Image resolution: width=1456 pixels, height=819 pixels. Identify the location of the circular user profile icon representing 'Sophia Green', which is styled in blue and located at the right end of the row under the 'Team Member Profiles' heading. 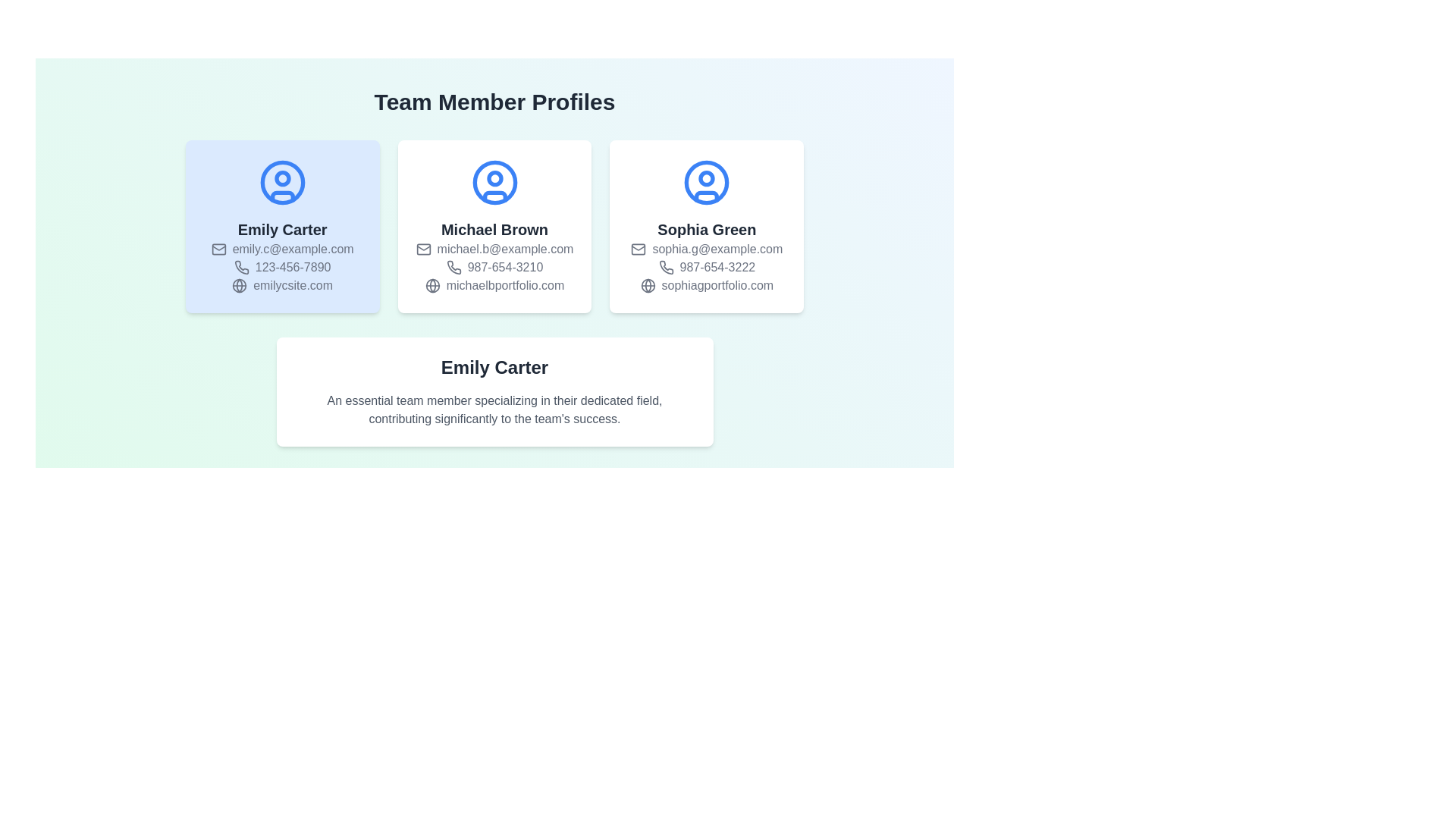
(706, 181).